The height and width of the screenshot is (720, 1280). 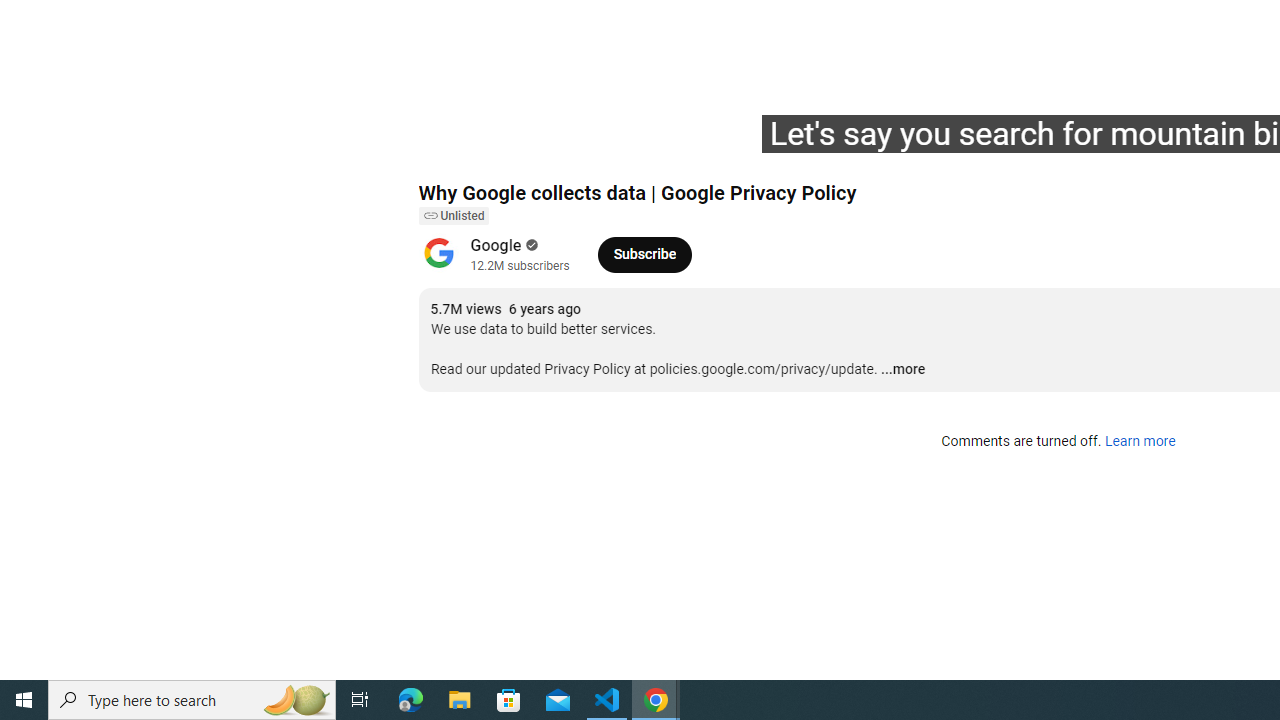 I want to click on 'Mute (m)', so click(x=548, y=141).